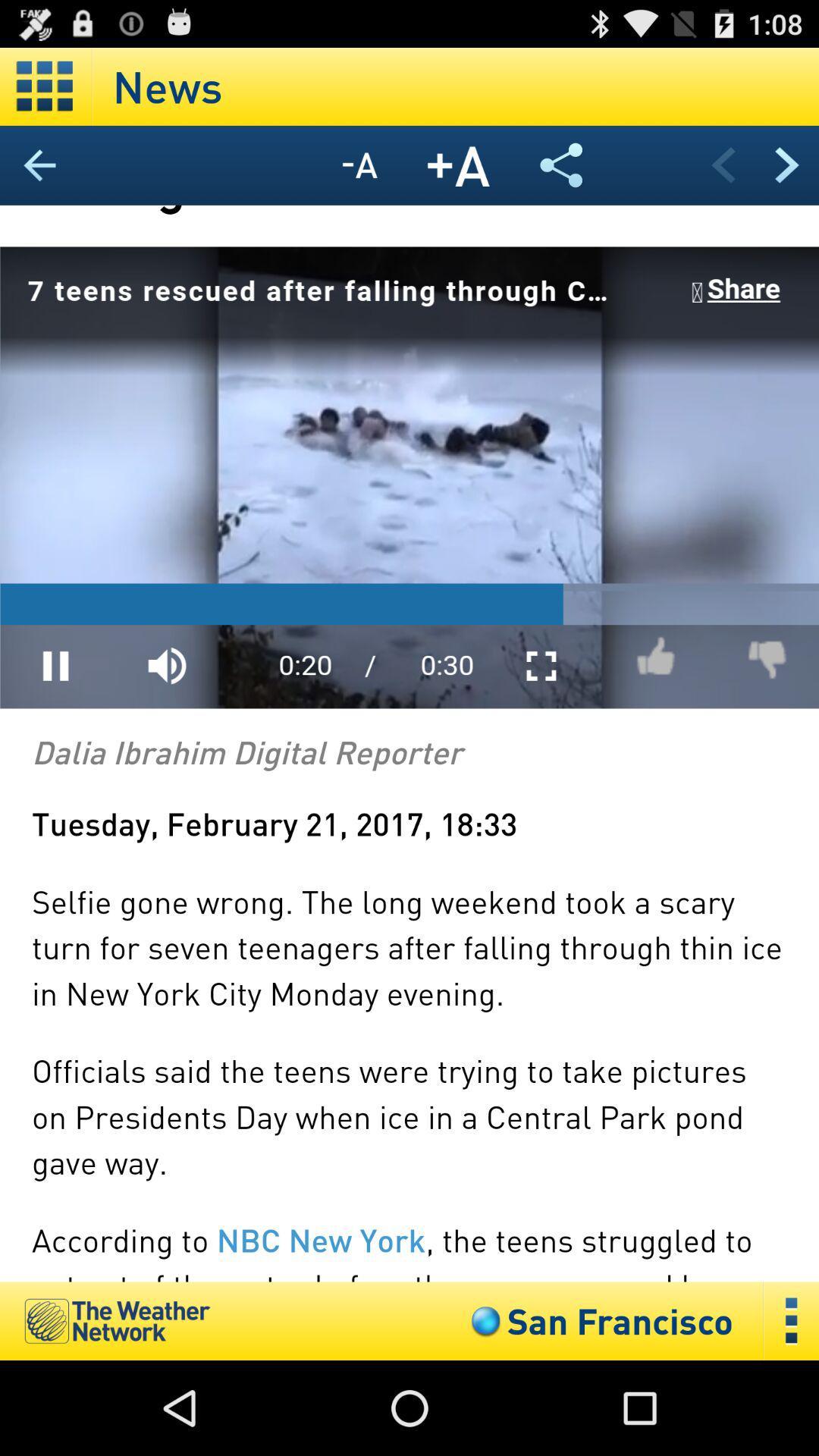 This screenshot has height=1456, width=819. I want to click on got to previous page, so click(722, 165).